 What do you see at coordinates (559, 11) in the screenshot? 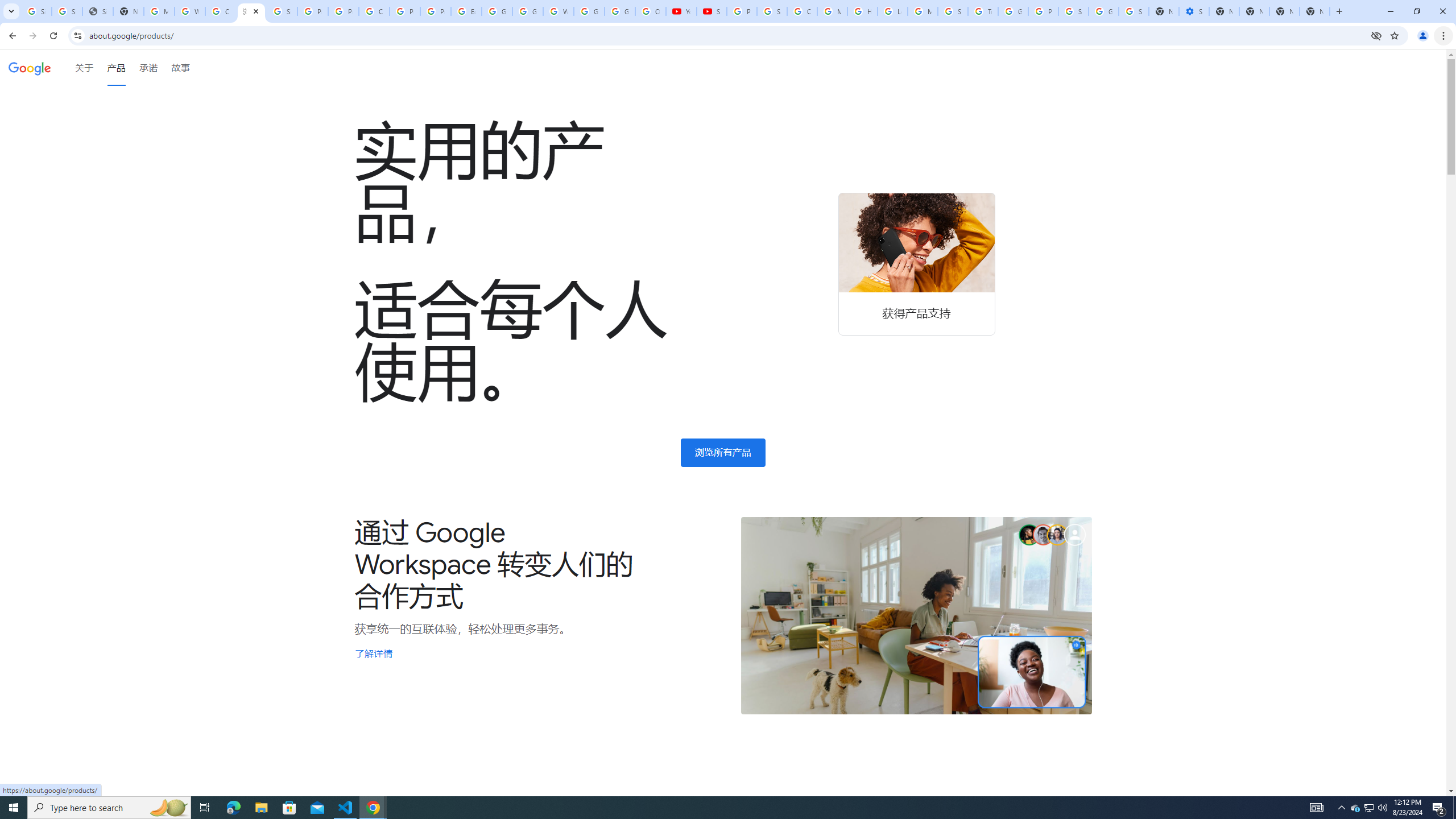
I see `'Welcome to My Activity'` at bounding box center [559, 11].